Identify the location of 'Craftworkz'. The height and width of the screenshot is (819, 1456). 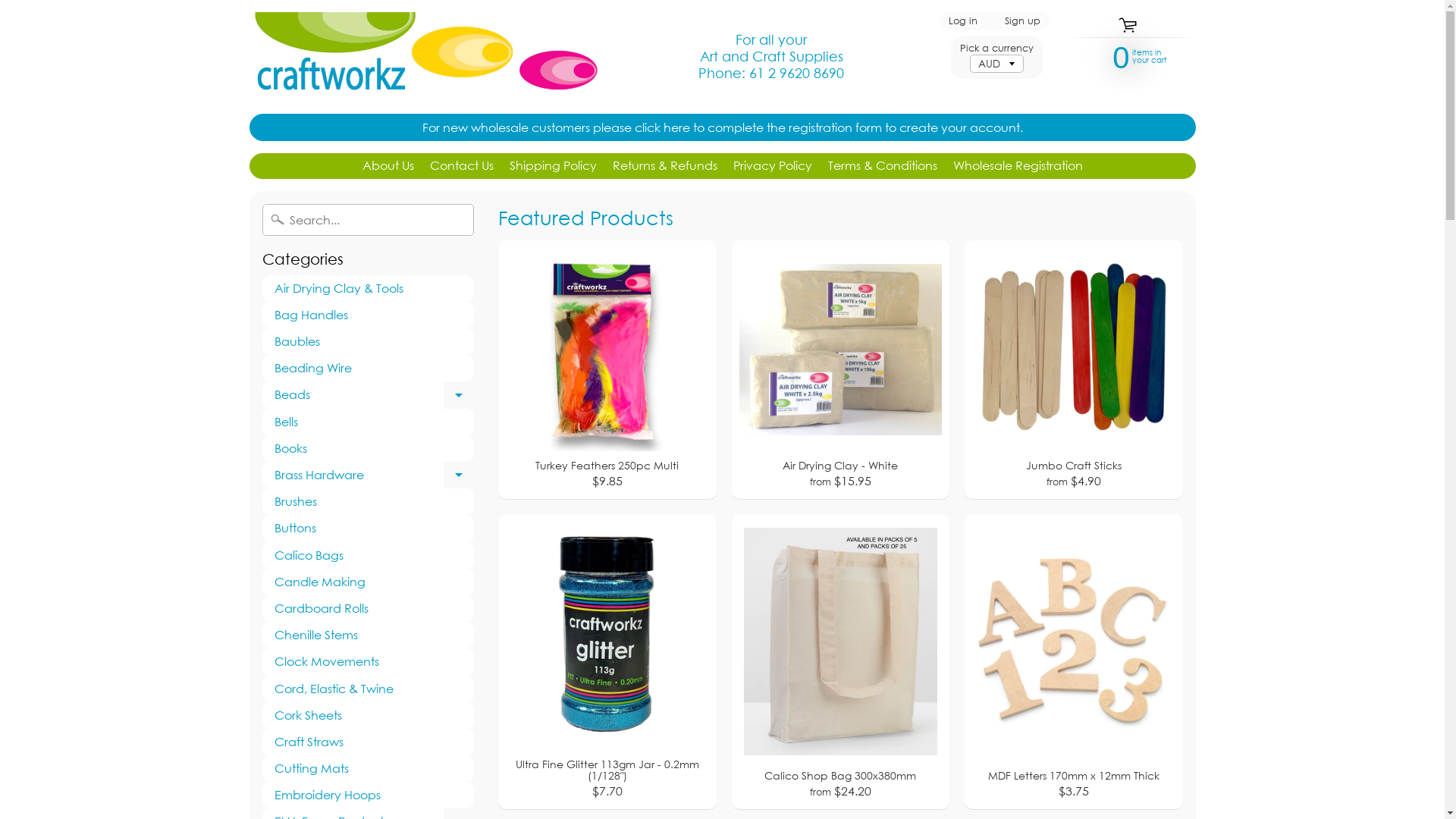
(422, 55).